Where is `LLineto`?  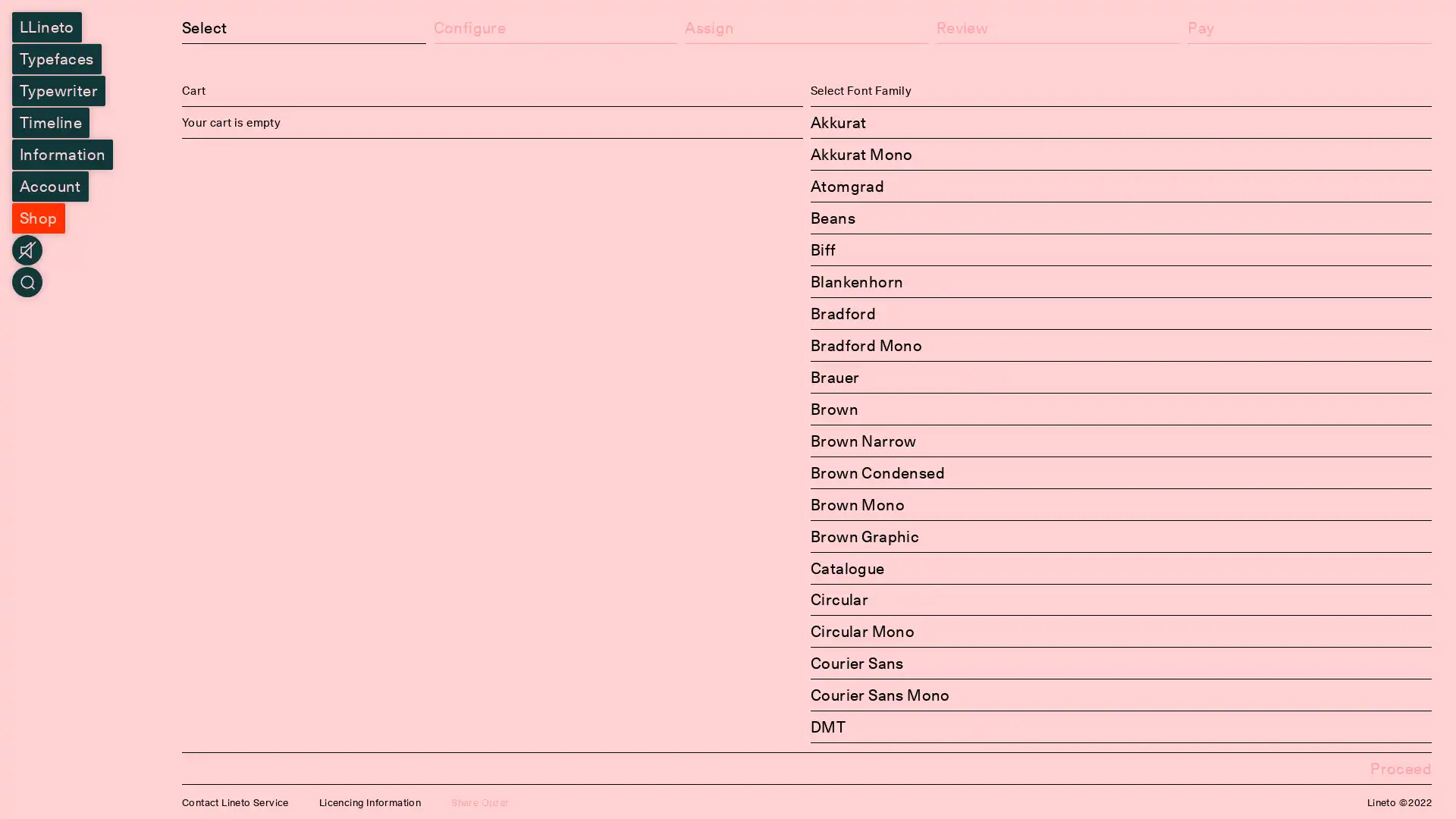
LLineto is located at coordinates (46, 27).